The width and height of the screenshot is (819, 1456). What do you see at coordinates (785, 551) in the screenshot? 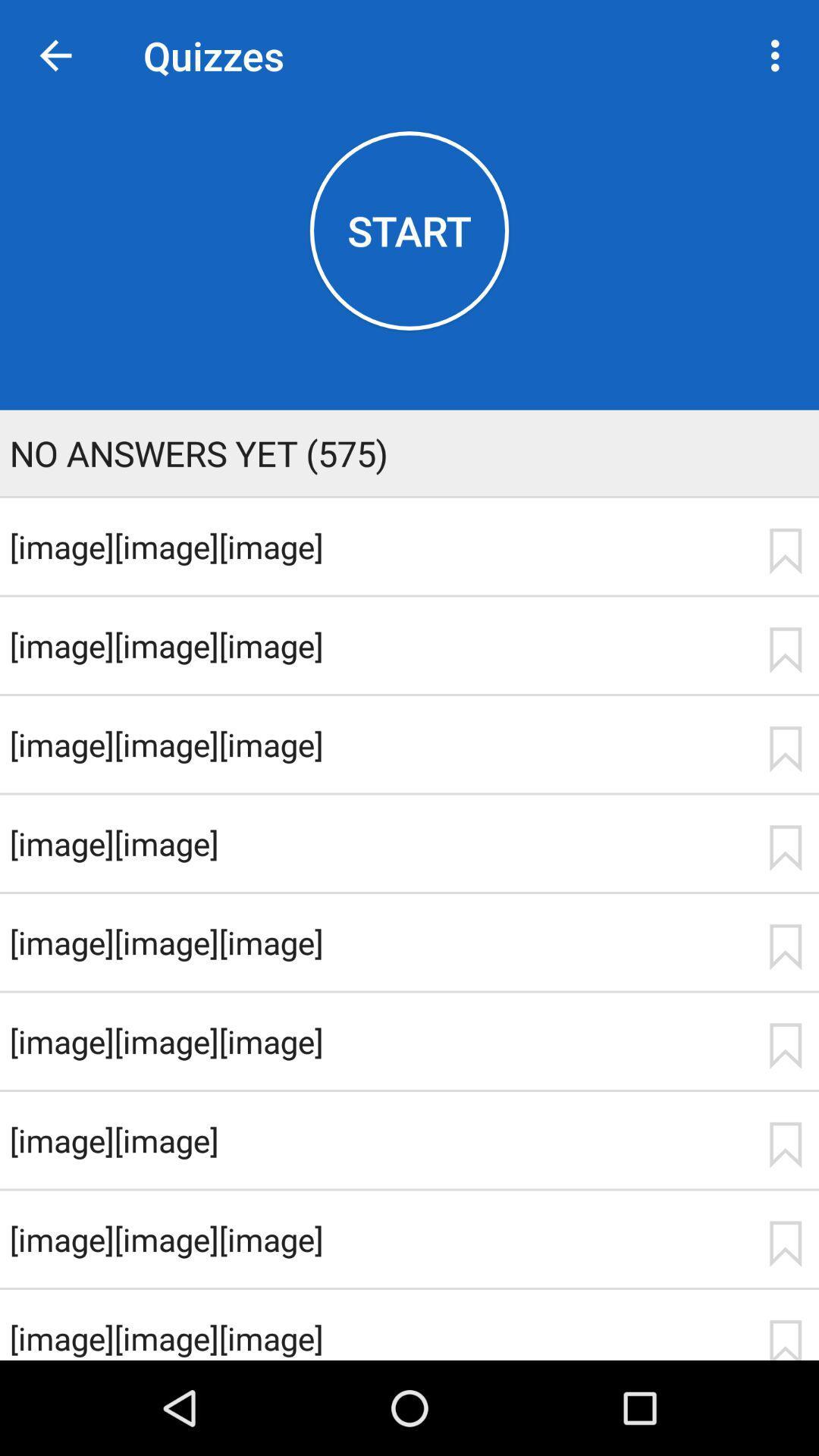
I see `favorite` at bounding box center [785, 551].